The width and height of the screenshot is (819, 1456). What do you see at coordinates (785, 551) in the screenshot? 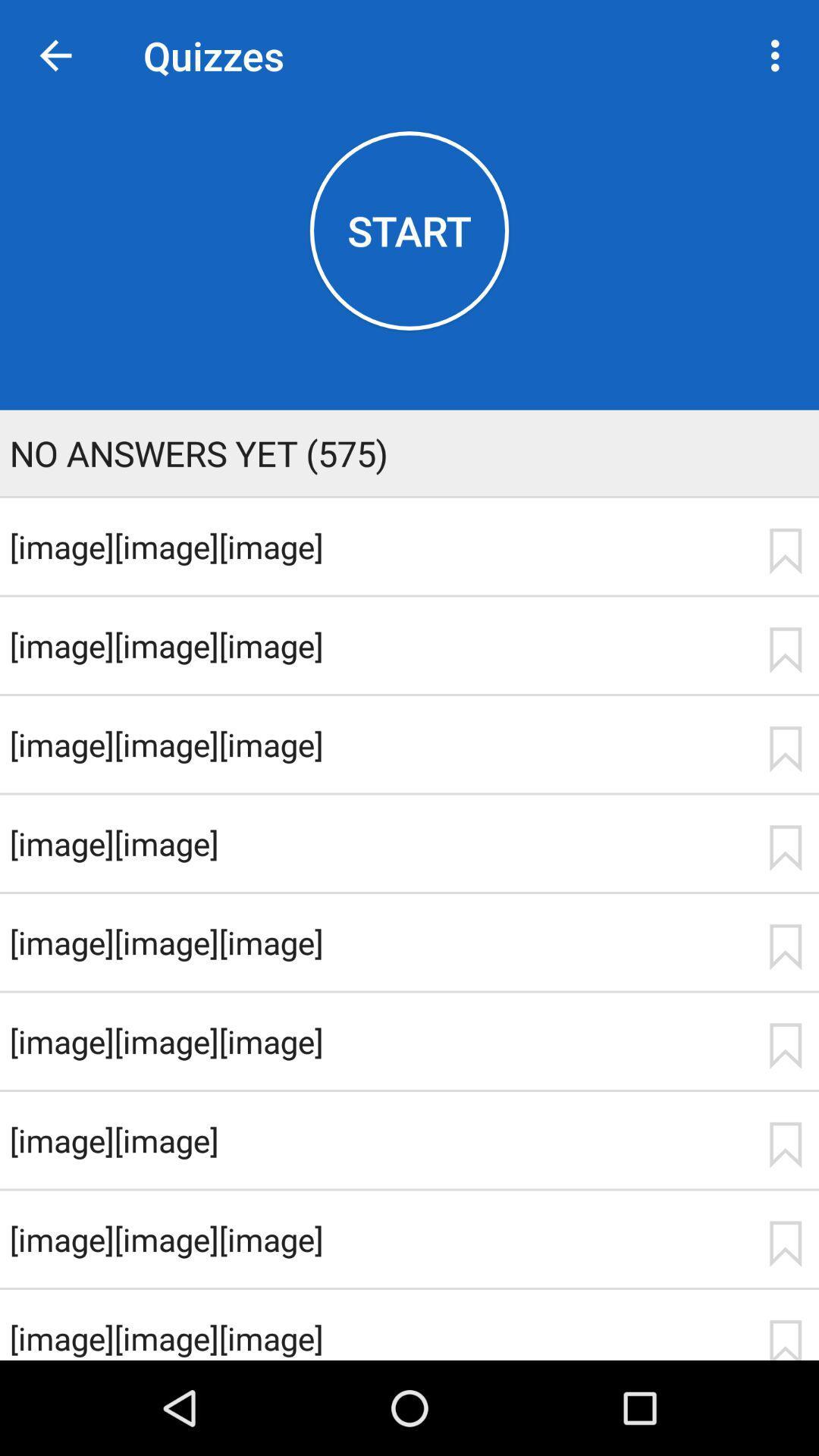
I see `favorite` at bounding box center [785, 551].